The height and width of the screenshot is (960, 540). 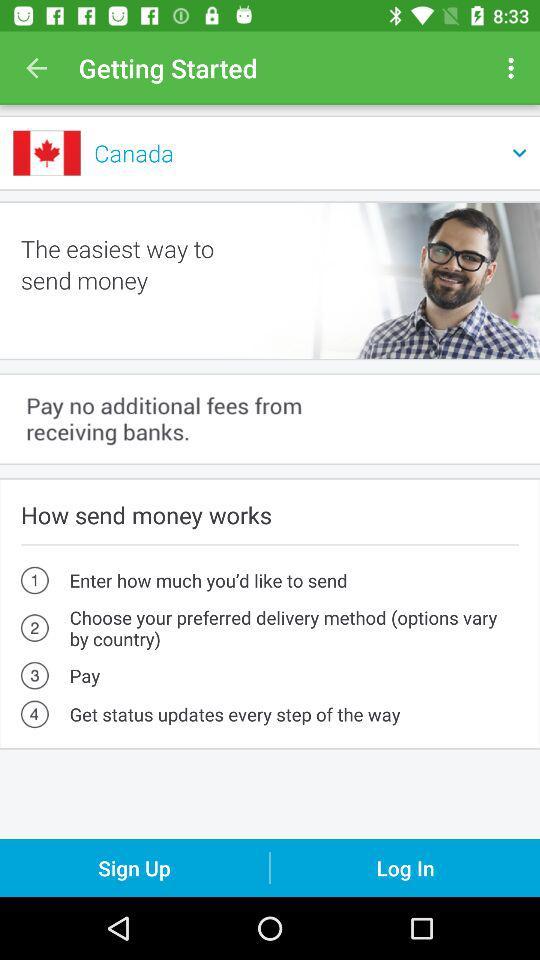 I want to click on icon below the get status updates item, so click(x=134, y=867).